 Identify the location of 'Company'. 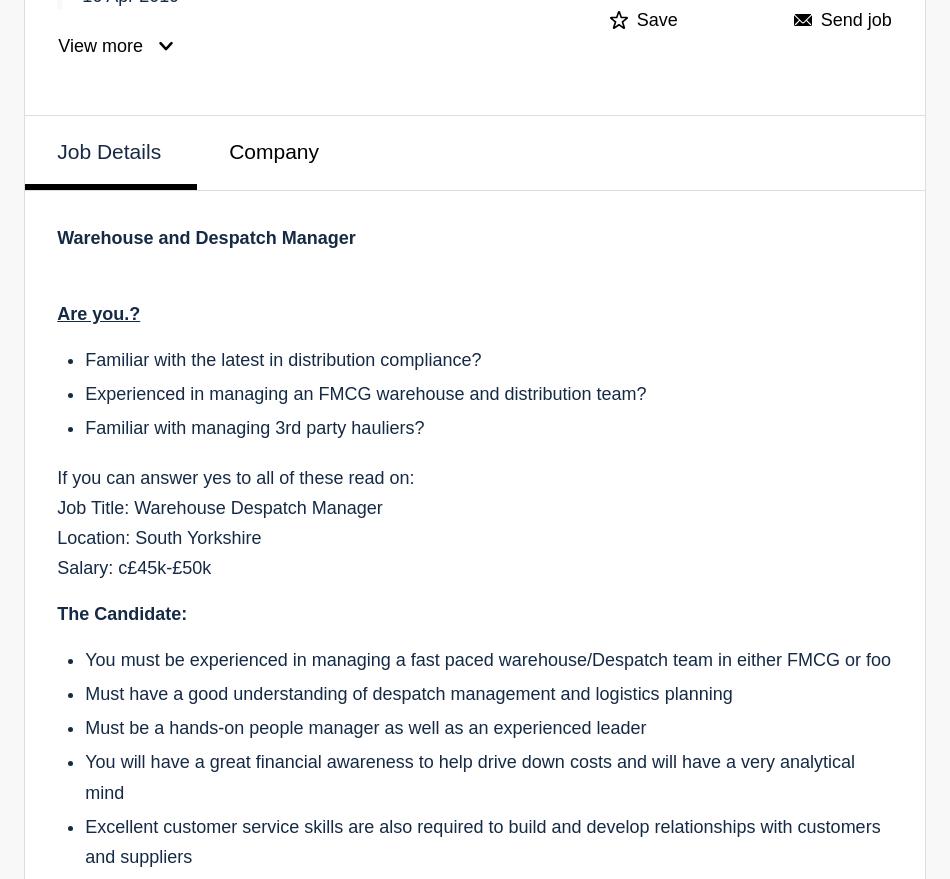
(272, 150).